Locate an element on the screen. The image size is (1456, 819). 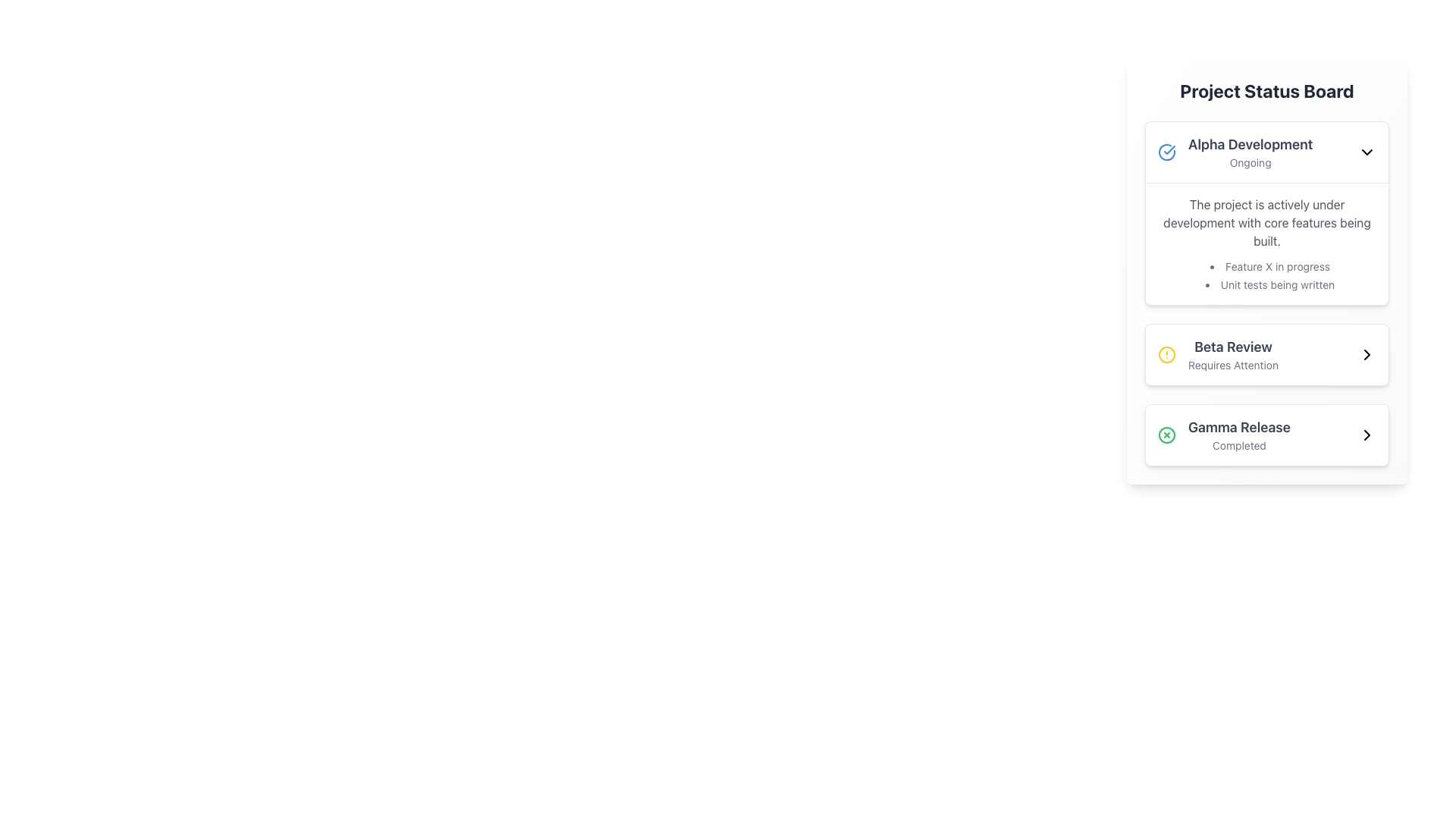
the textual indicator of progress in the 'Alpha Development' section, which is positioned above the 'Unit tests being written' list item is located at coordinates (1270, 265).